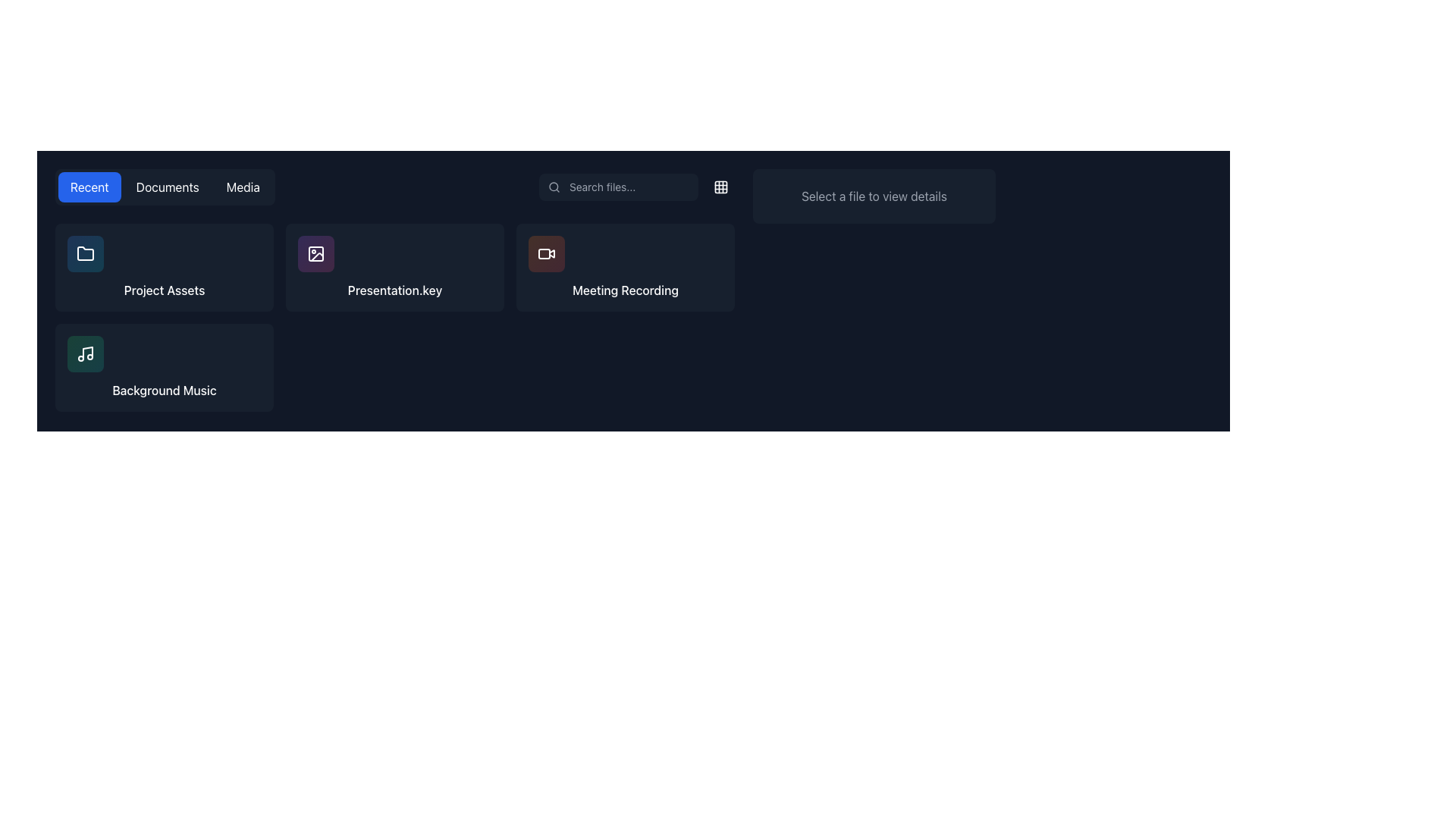 The width and height of the screenshot is (1456, 819). Describe the element at coordinates (168, 186) in the screenshot. I see `the middle navigation button, which is located between the 'Recent' and 'Media' buttons` at that location.